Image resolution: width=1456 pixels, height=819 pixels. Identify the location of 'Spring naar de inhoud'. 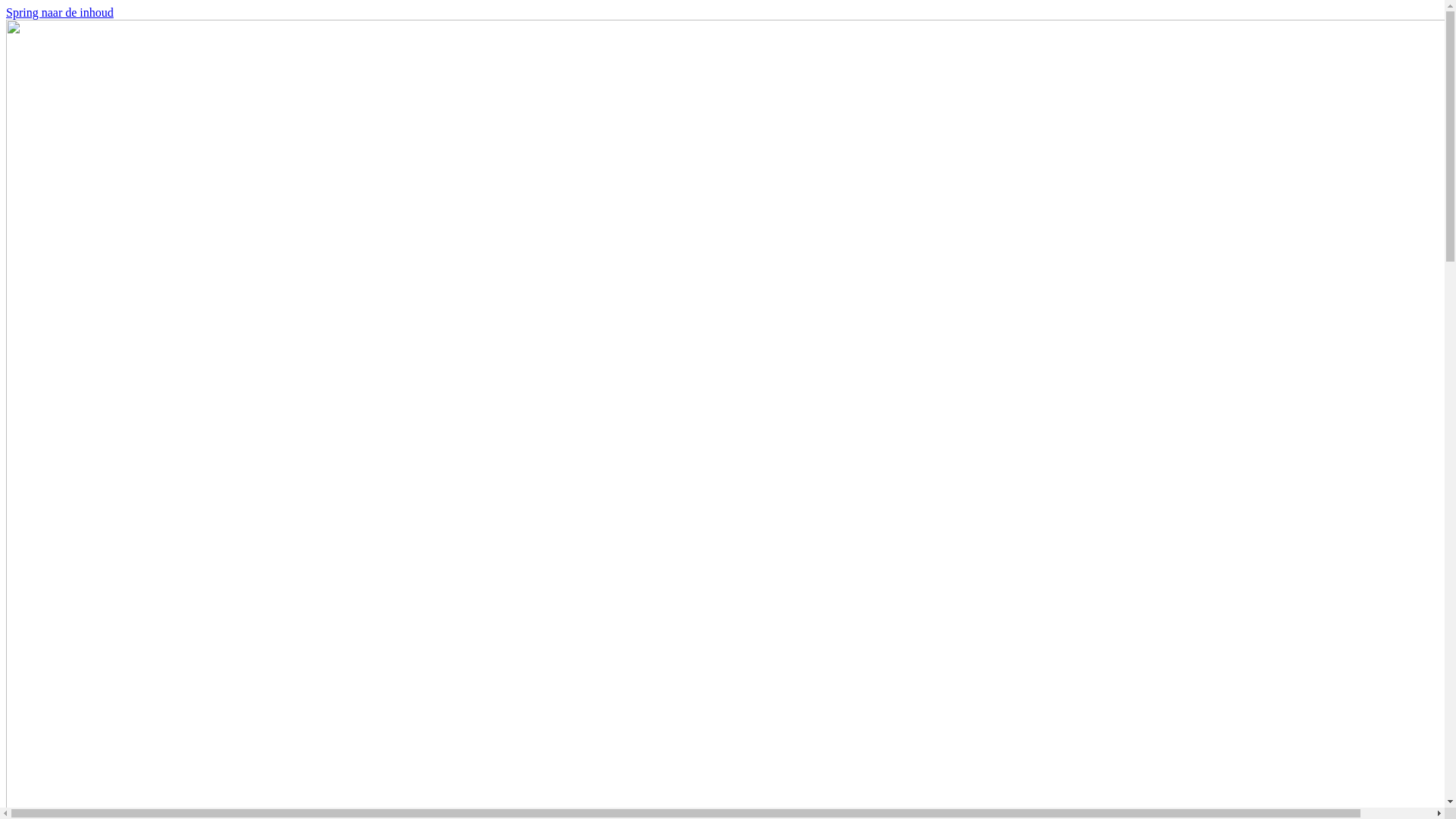
(6, 12).